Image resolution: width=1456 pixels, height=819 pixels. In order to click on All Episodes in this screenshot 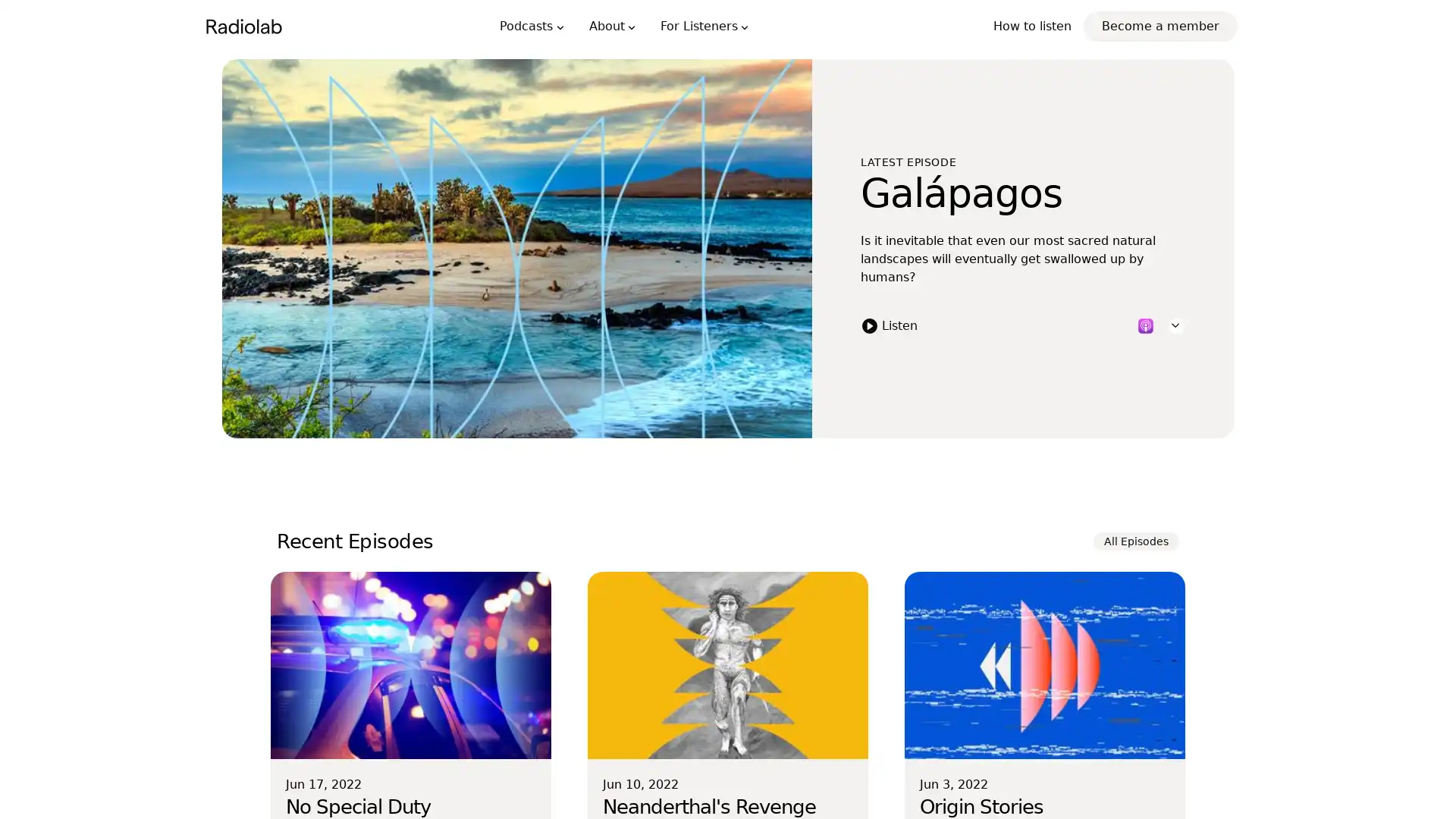, I will do `click(1136, 540)`.